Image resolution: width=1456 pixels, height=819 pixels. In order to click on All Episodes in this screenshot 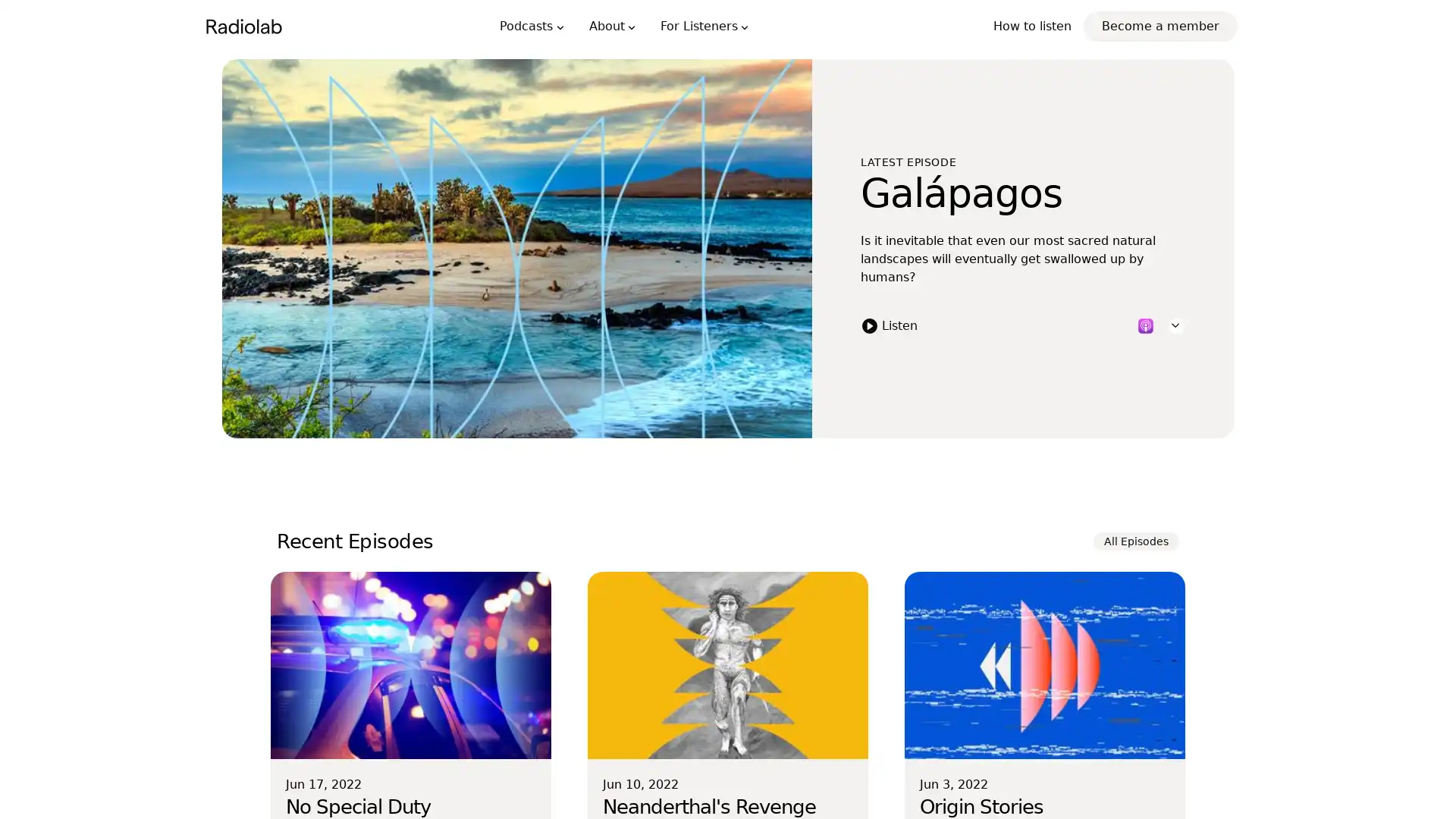, I will do `click(1136, 540)`.